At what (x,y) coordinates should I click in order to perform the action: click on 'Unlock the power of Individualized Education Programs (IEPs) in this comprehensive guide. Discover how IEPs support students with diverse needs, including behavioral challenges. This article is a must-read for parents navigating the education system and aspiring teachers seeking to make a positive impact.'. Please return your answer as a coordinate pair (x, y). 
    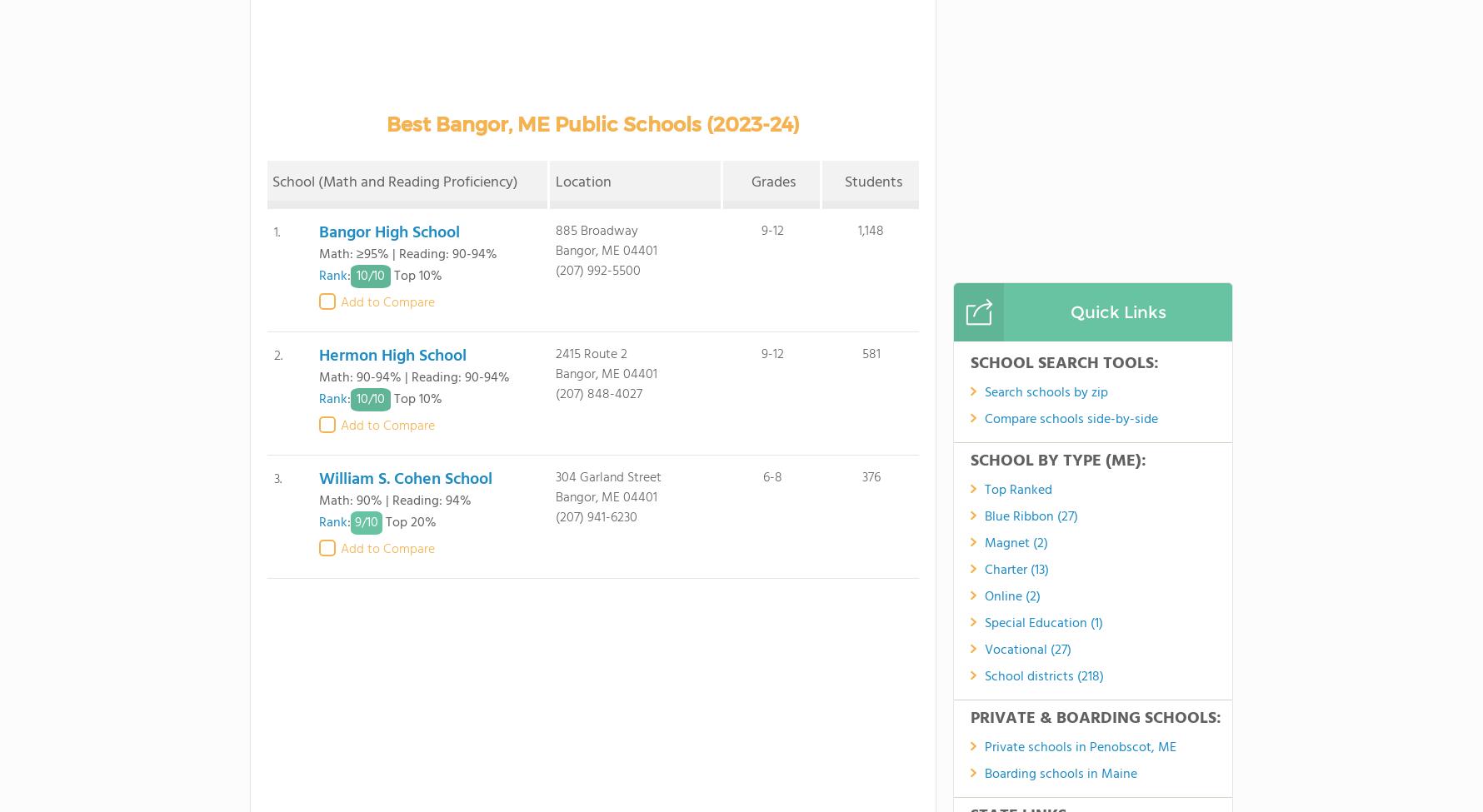
    Looking at the image, I should click on (825, 434).